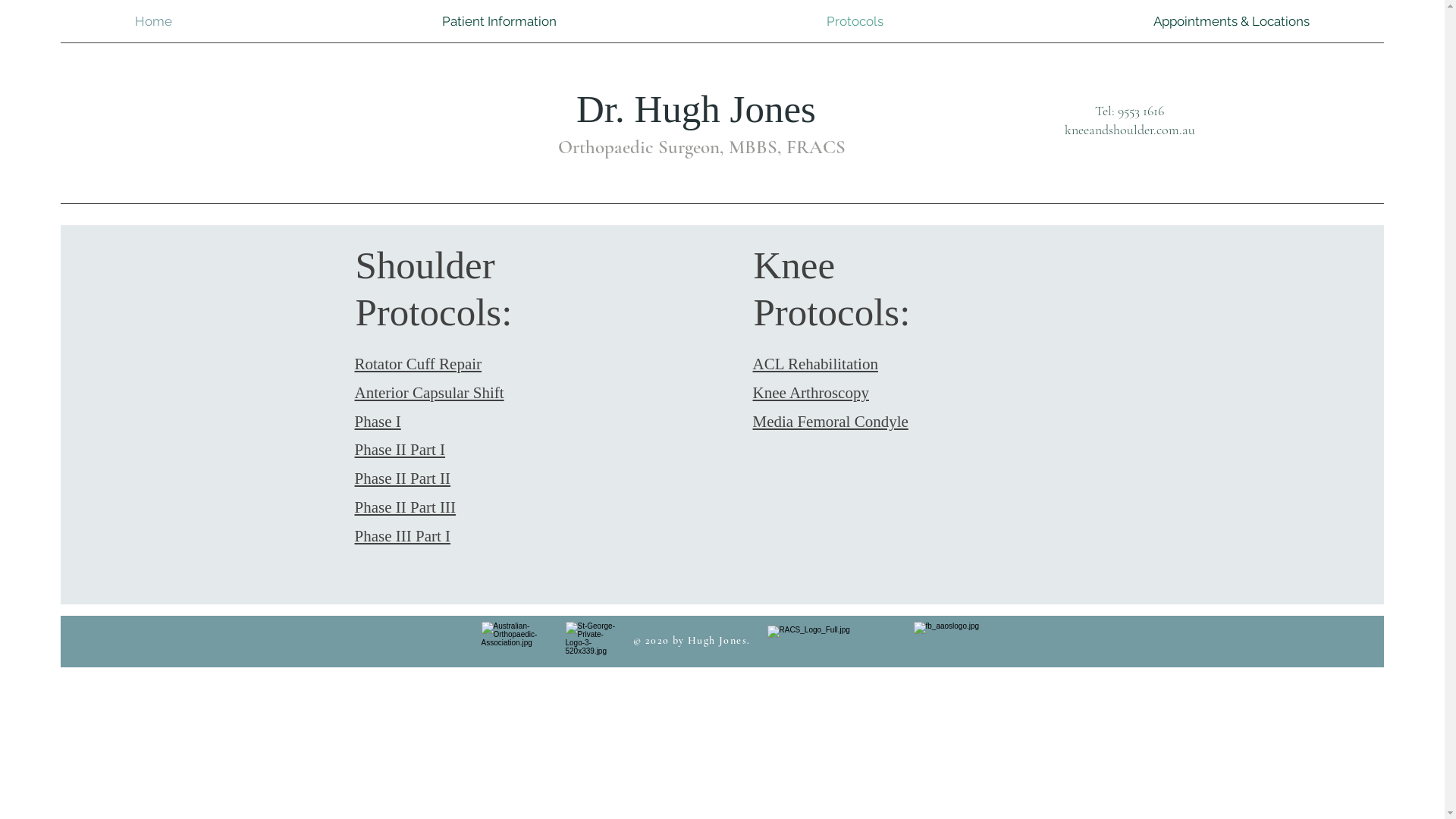 The height and width of the screenshot is (819, 1456). What do you see at coordinates (1231, 20) in the screenshot?
I see `'Appointments & Locations'` at bounding box center [1231, 20].